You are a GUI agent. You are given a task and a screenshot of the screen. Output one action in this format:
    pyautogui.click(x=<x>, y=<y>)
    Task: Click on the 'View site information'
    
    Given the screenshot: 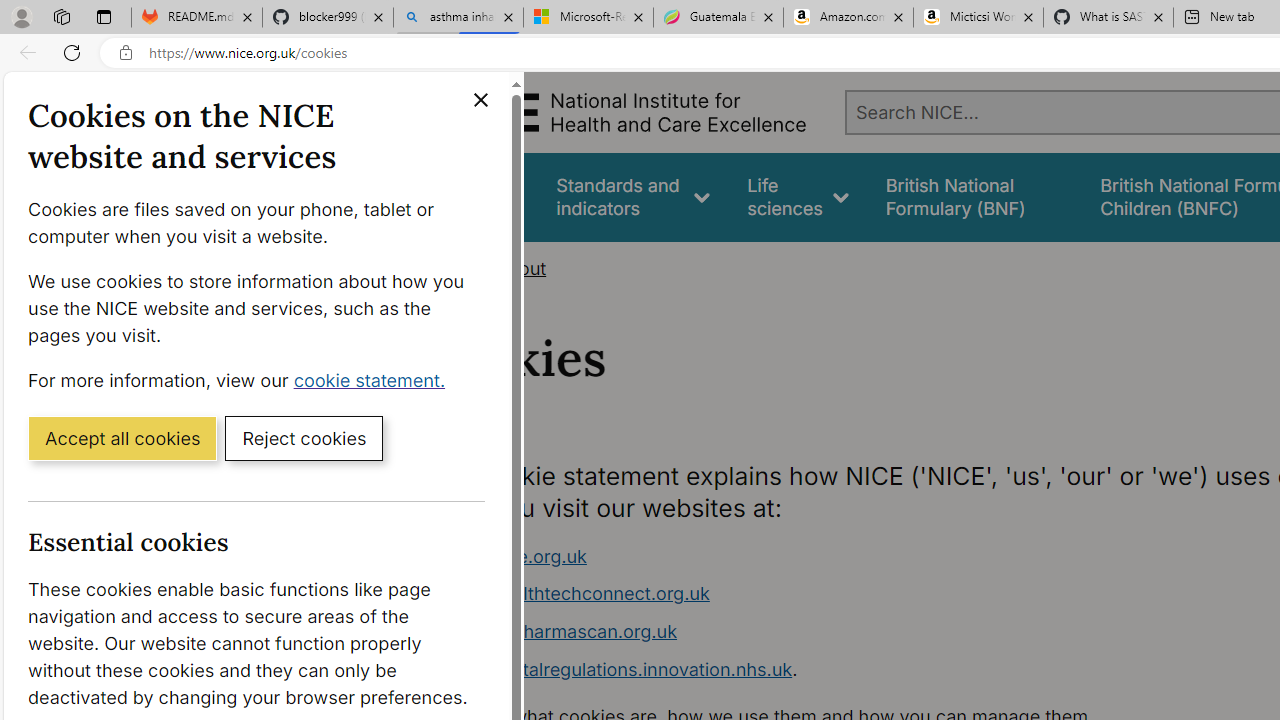 What is the action you would take?
    pyautogui.click(x=125, y=52)
    